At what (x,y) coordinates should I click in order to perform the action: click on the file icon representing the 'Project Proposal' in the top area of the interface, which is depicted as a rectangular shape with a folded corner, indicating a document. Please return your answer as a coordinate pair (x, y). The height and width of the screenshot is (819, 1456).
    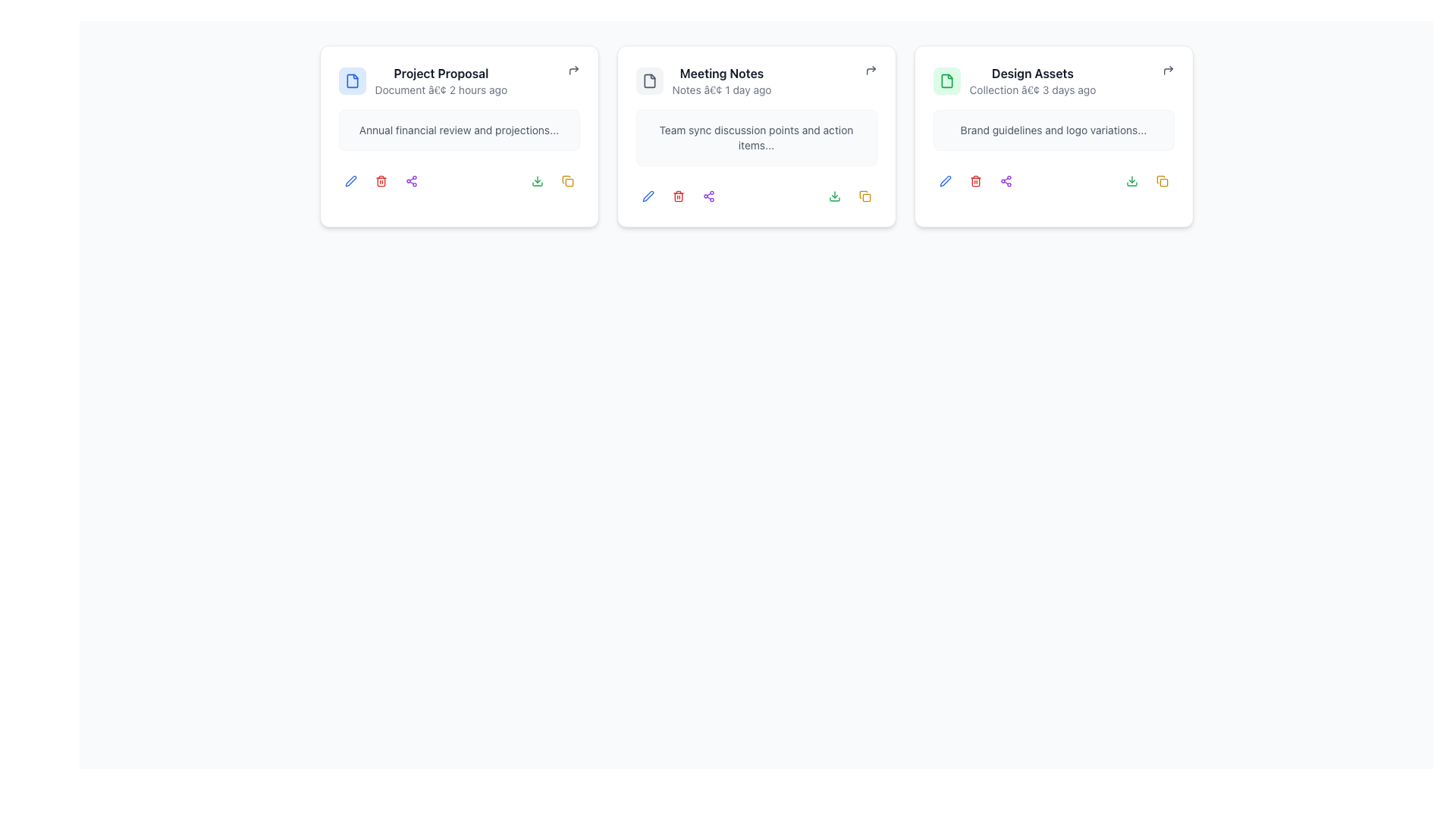
    Looking at the image, I should click on (351, 81).